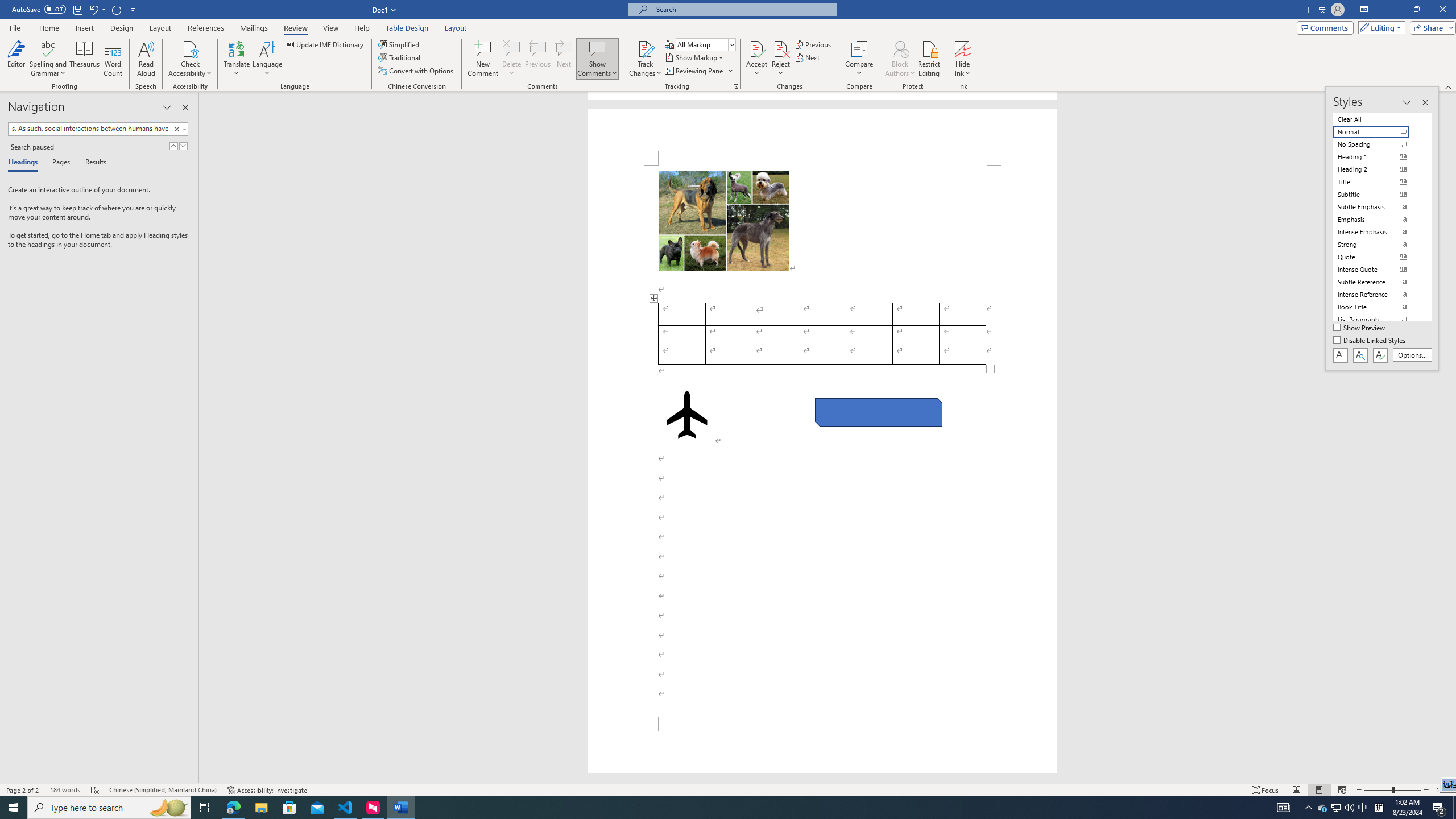 The width and height of the screenshot is (1456, 819). What do you see at coordinates (929, 59) in the screenshot?
I see `'Restrict Editing'` at bounding box center [929, 59].